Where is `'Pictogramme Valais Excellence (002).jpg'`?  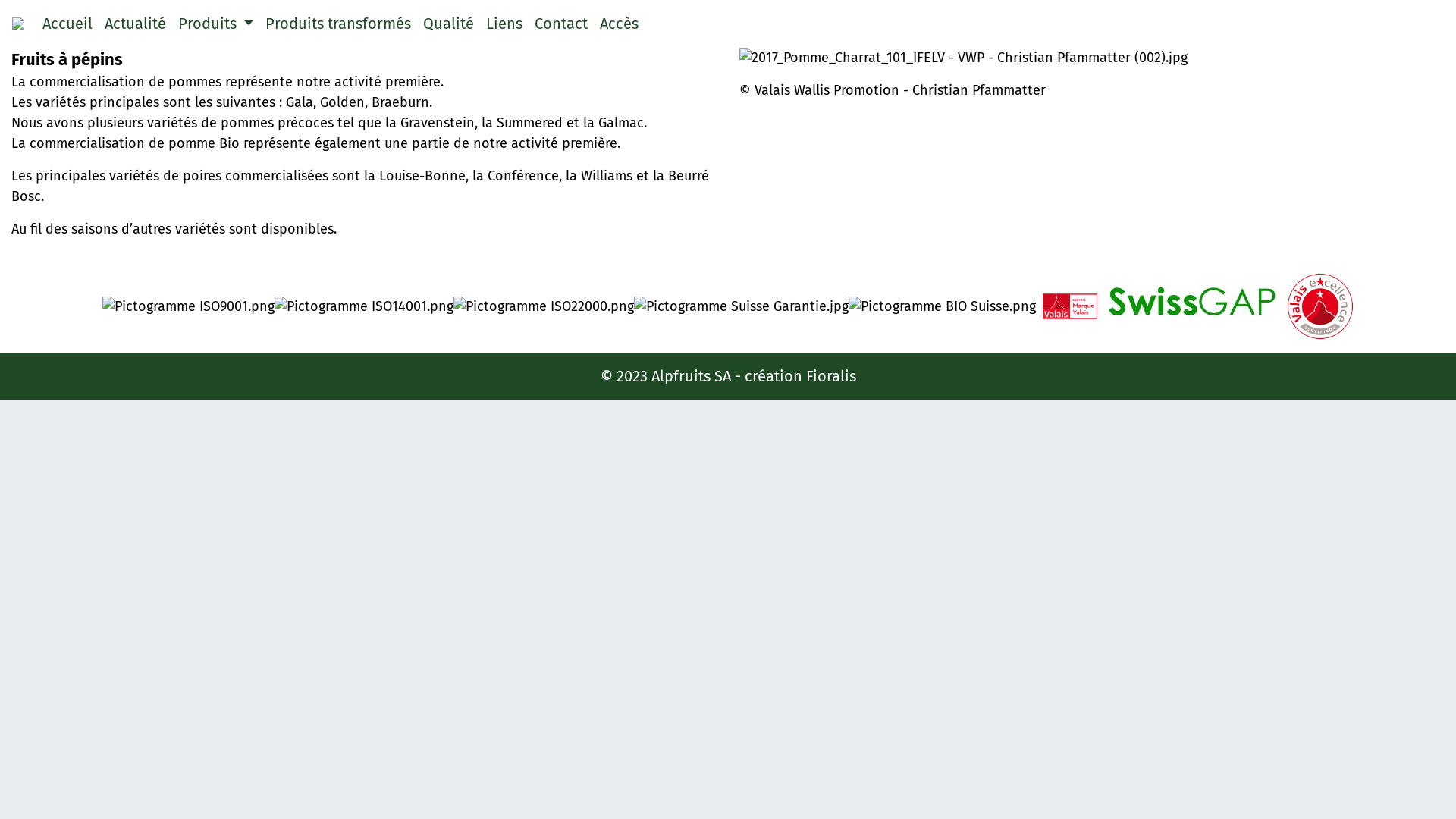
'Pictogramme Valais Excellence (002).jpg' is located at coordinates (1319, 306).